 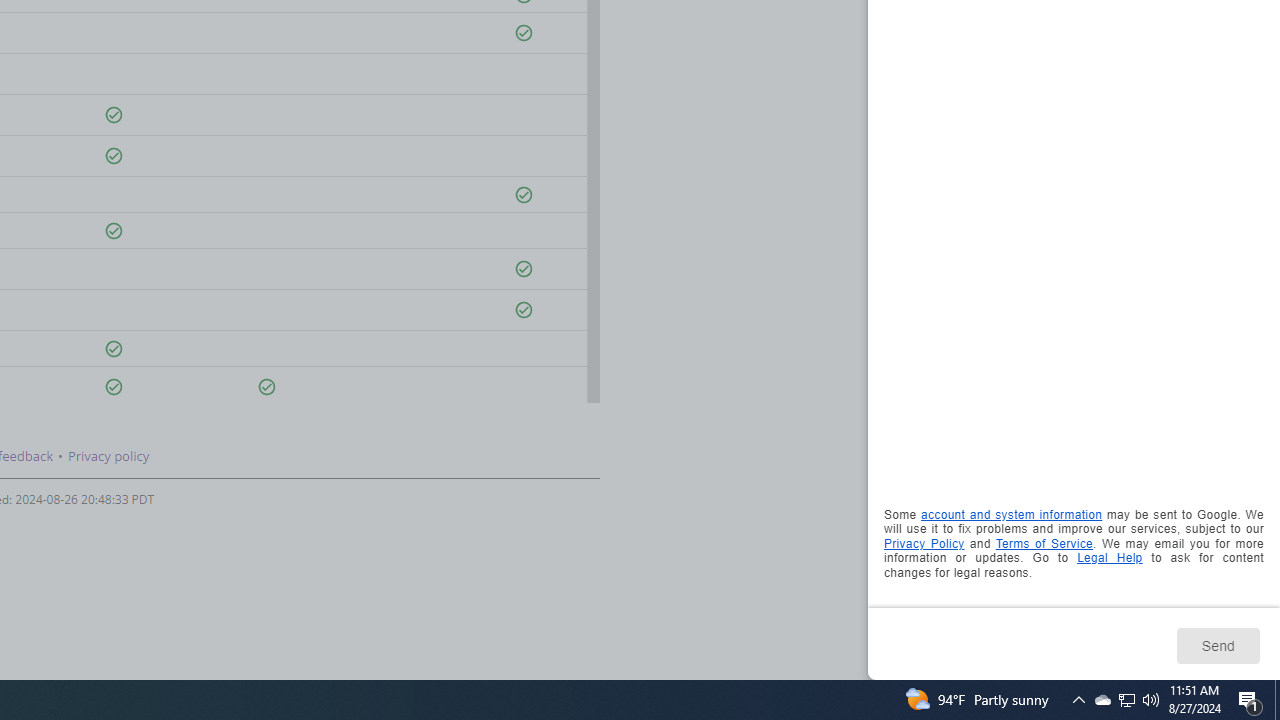 I want to click on 'Opens in a new tab. Privacy Policy', so click(x=923, y=543).